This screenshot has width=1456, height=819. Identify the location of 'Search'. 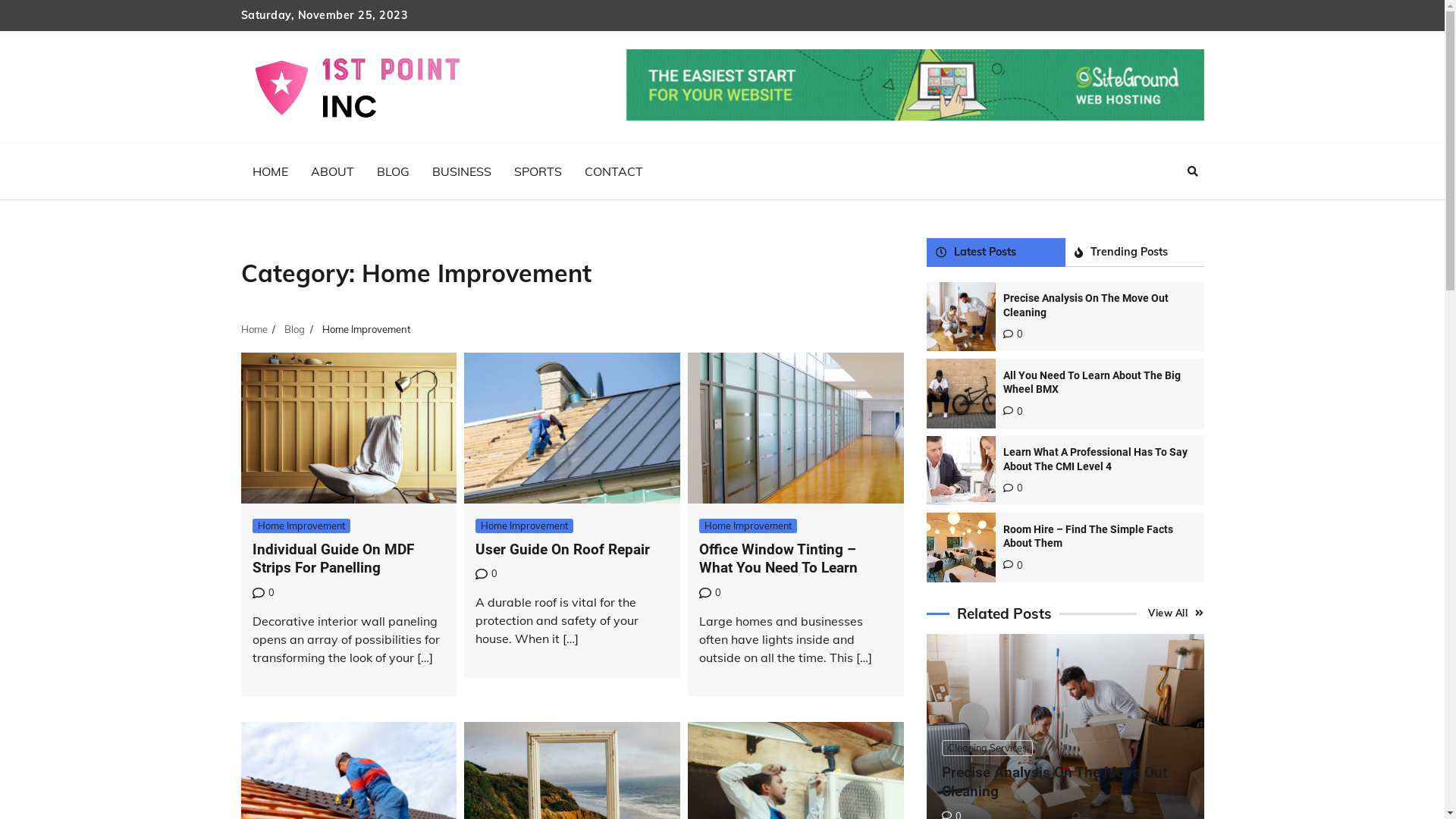
(1192, 171).